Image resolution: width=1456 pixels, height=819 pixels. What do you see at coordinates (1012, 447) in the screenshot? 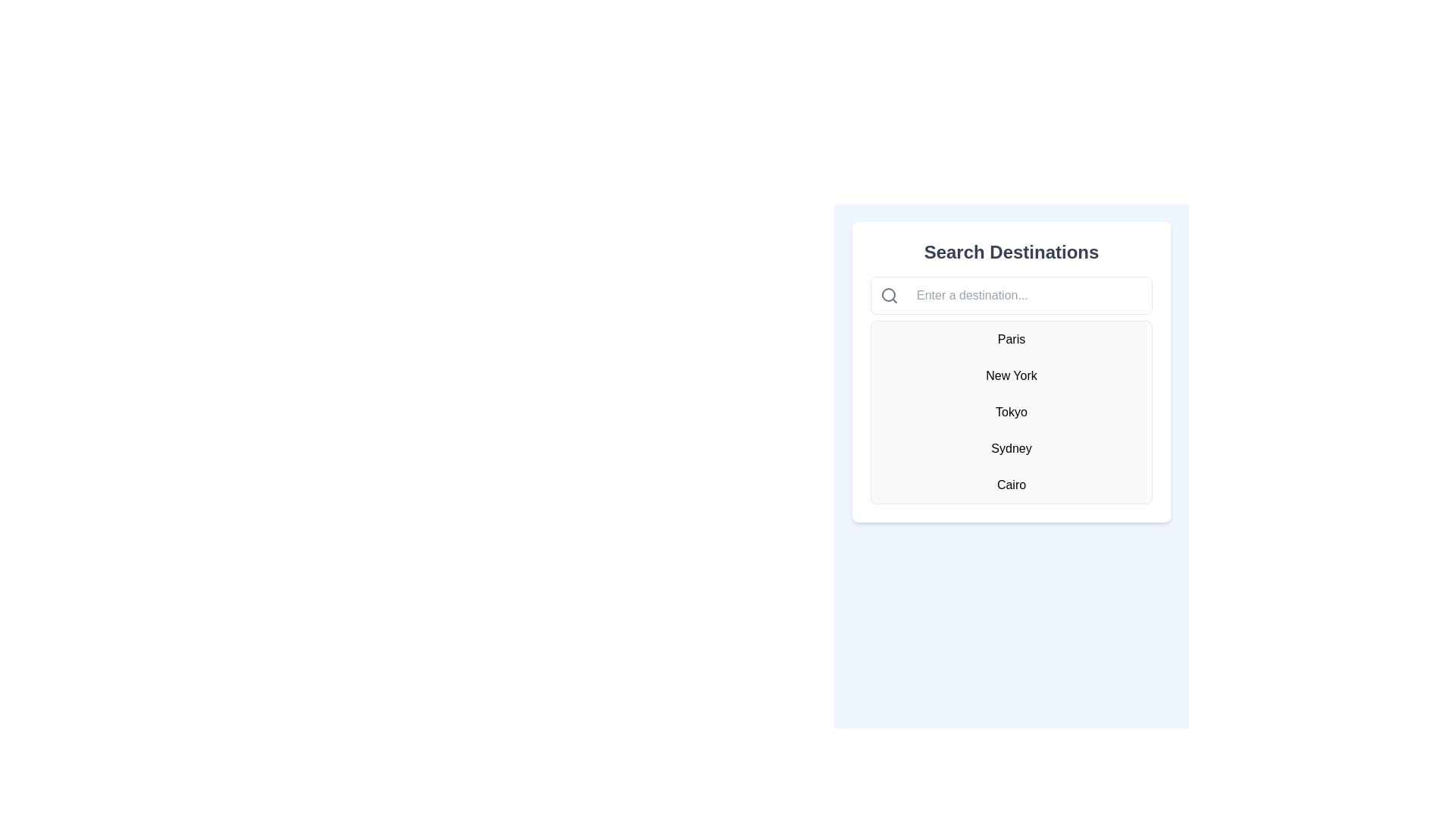
I see `the fourth item in the list, which is 'Sydney'` at bounding box center [1012, 447].